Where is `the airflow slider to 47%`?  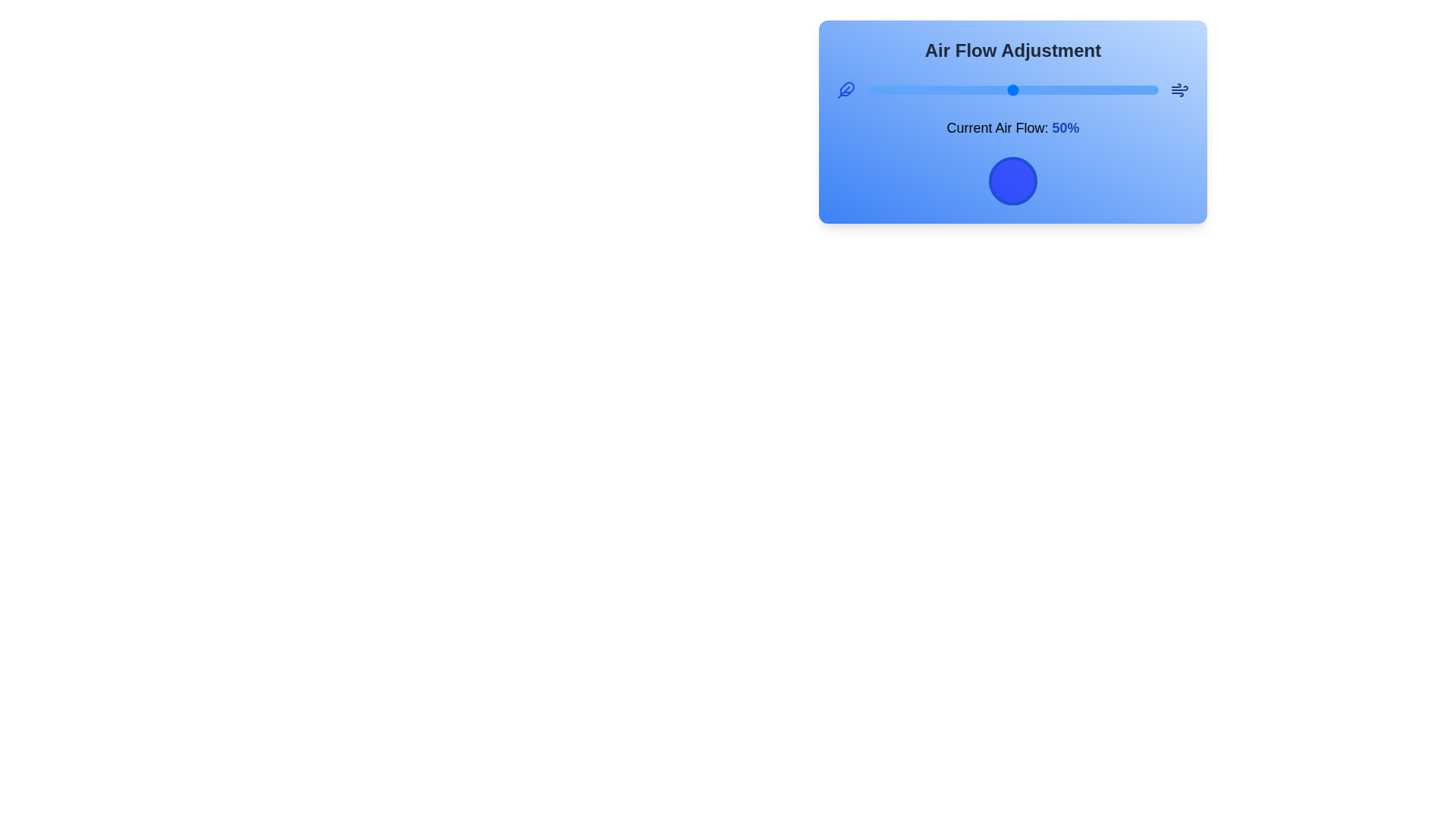 the airflow slider to 47% is located at coordinates (1004, 90).